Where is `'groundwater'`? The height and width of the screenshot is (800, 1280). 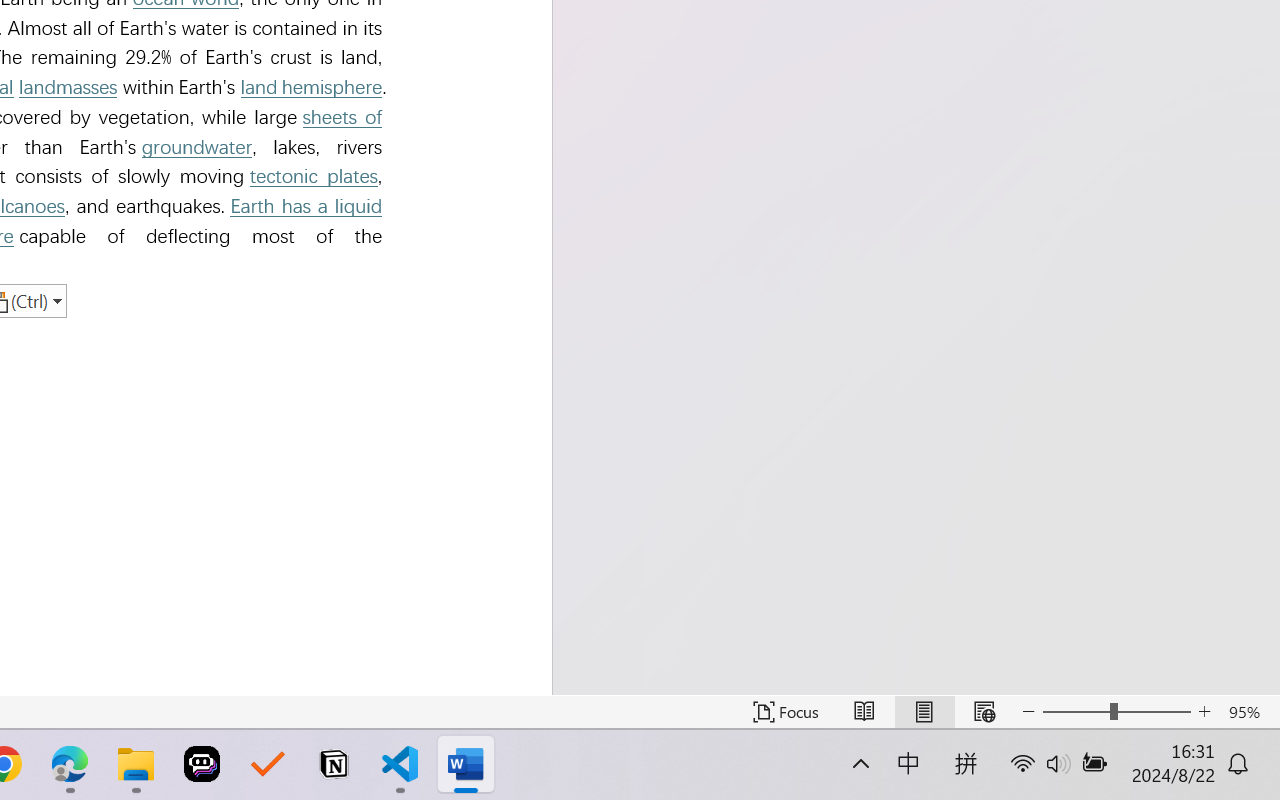
'groundwater' is located at coordinates (197, 147).